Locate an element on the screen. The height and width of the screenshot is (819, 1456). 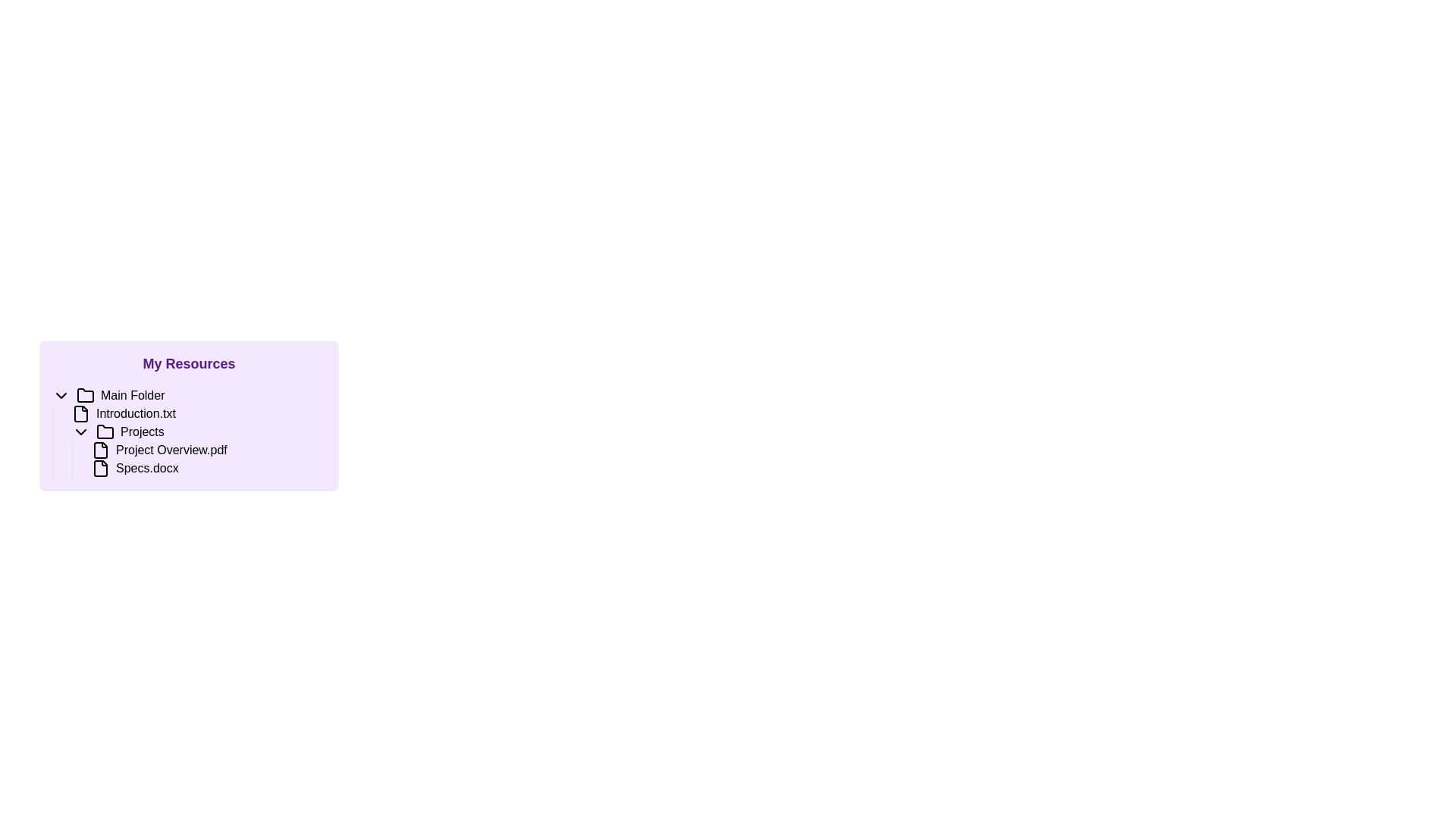
the file icon representing 'Project Overview.pdf' is located at coordinates (100, 450).